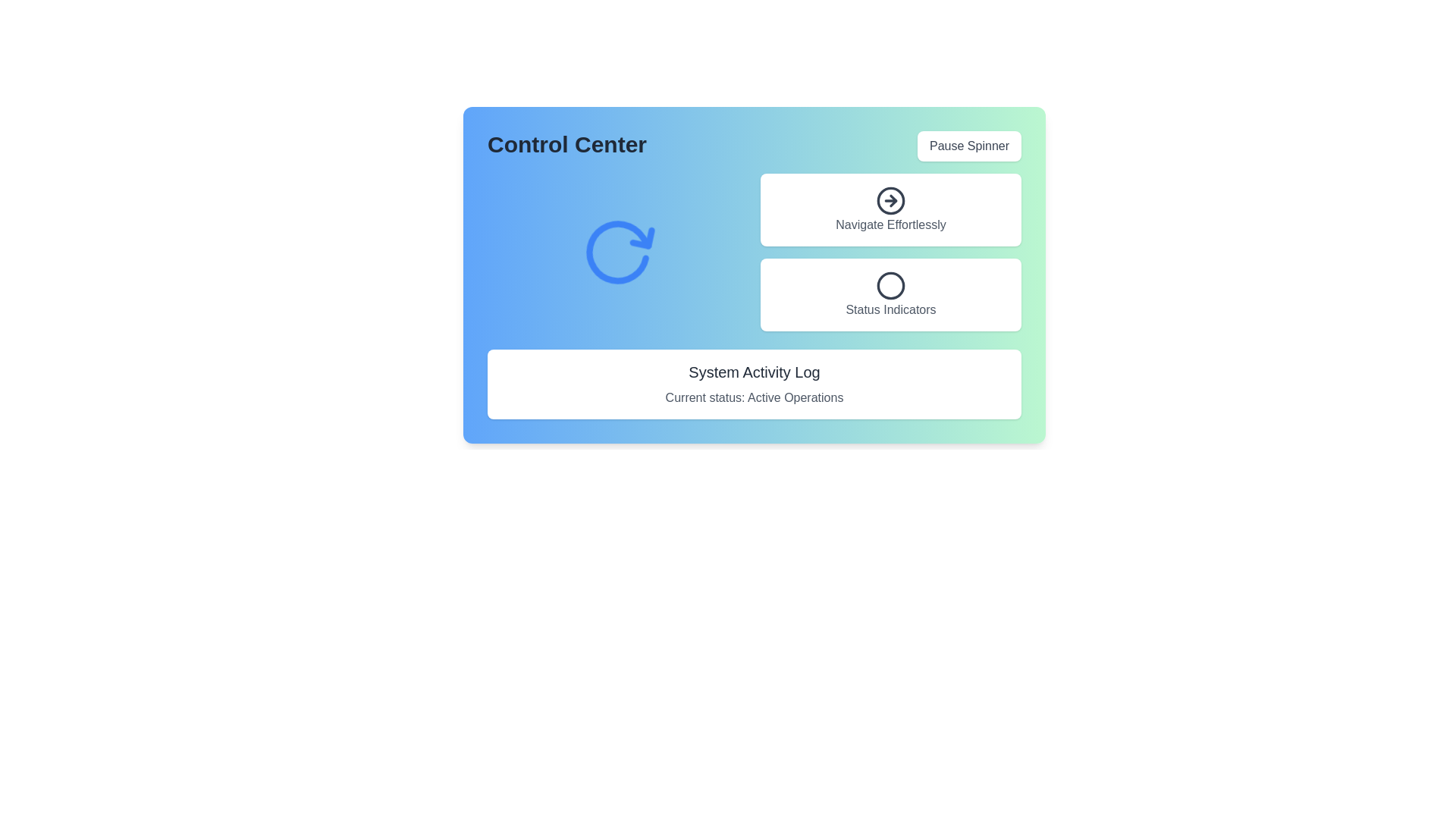 This screenshot has width=1456, height=819. Describe the element at coordinates (891, 309) in the screenshot. I see `the 'Status Indicators' text that is styled in gray within a white, shadowed, rounded box located in the lower-middle section of the interface` at that location.